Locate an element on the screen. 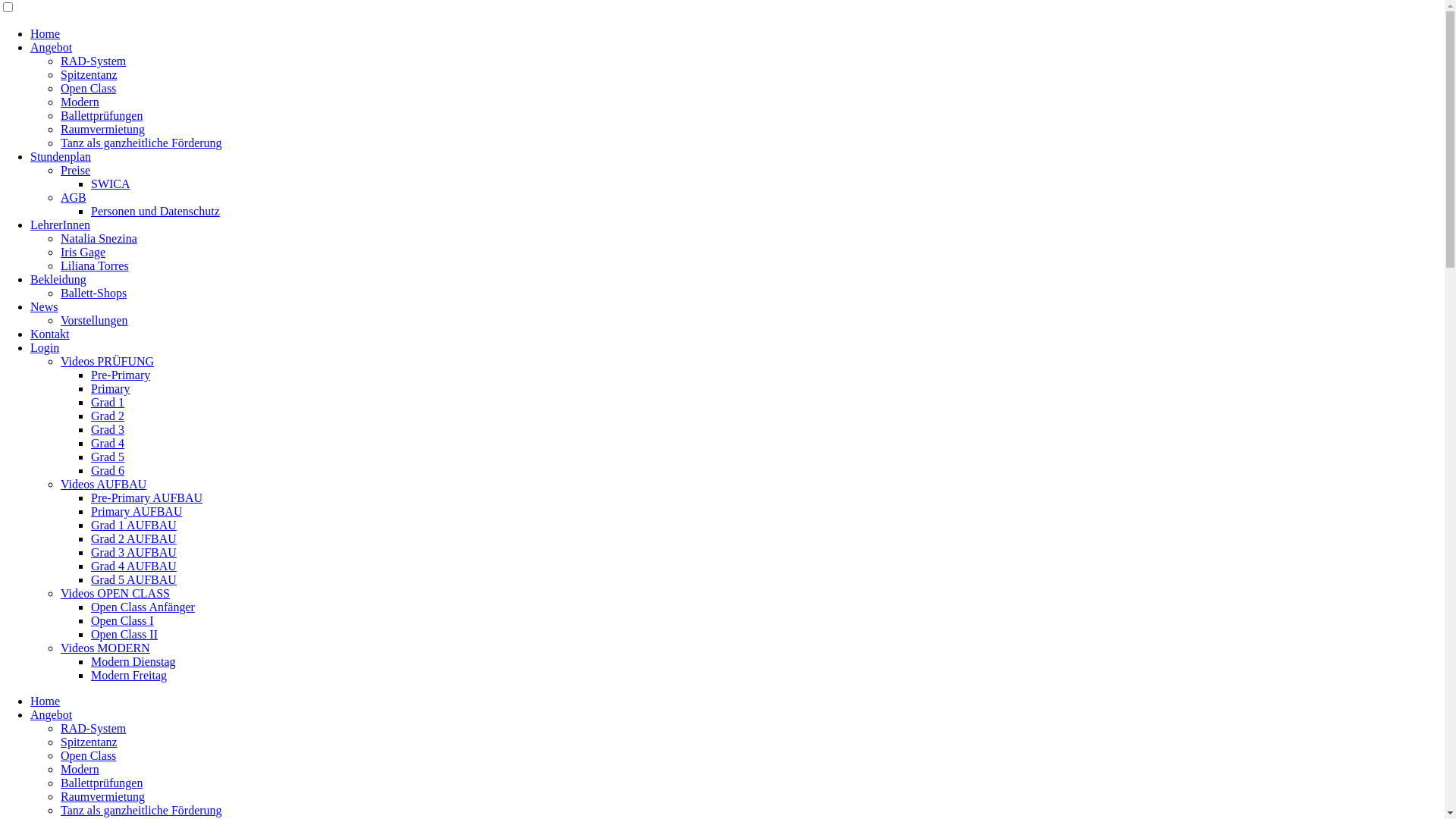 The height and width of the screenshot is (819, 1456). 'Open Class II' is located at coordinates (124, 634).